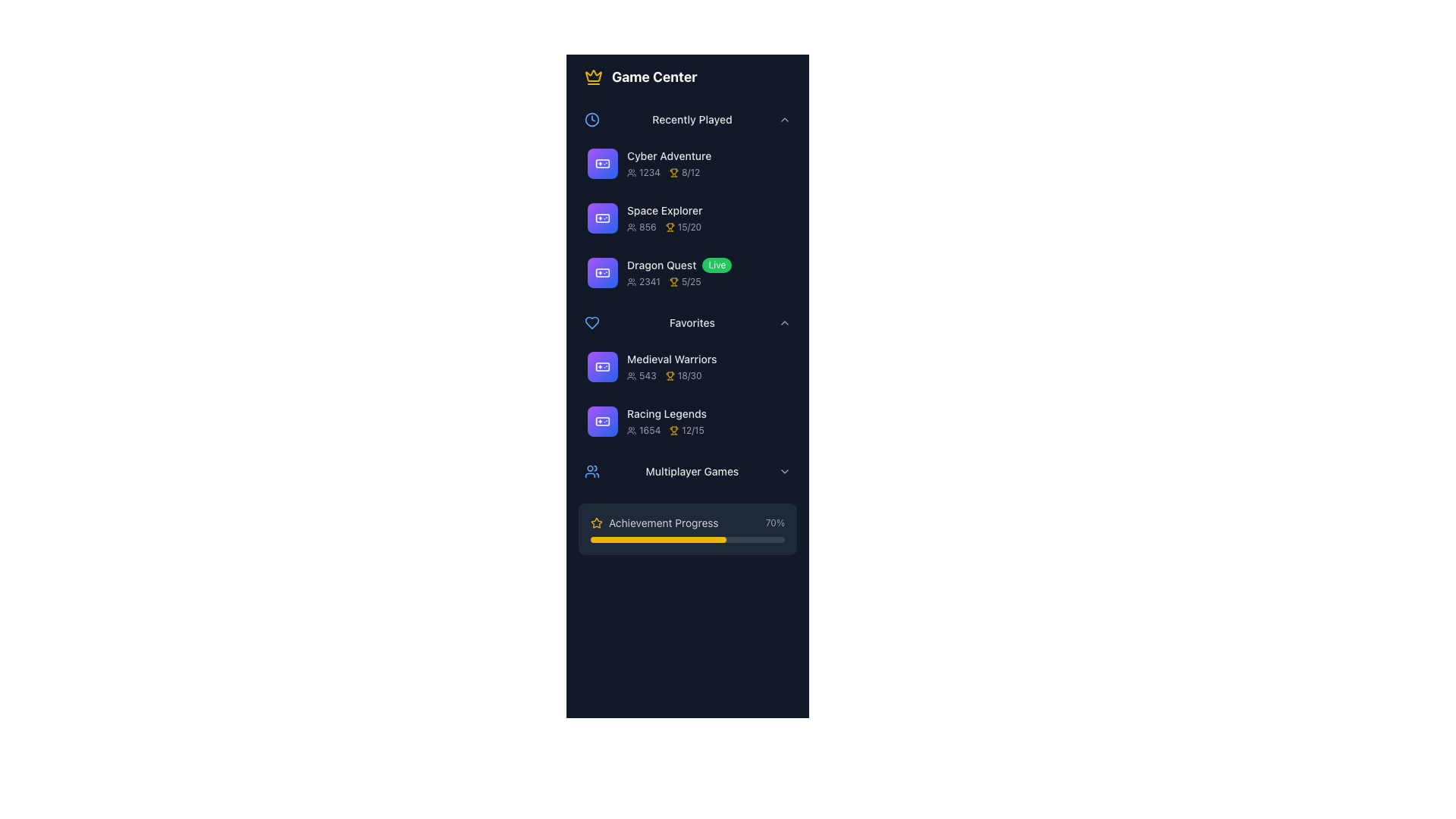 This screenshot has width=1456, height=819. I want to click on the interactive elements adjacent to the game statistics display under 'Medieval Warriors' in the 'Favorites' category, so click(706, 375).